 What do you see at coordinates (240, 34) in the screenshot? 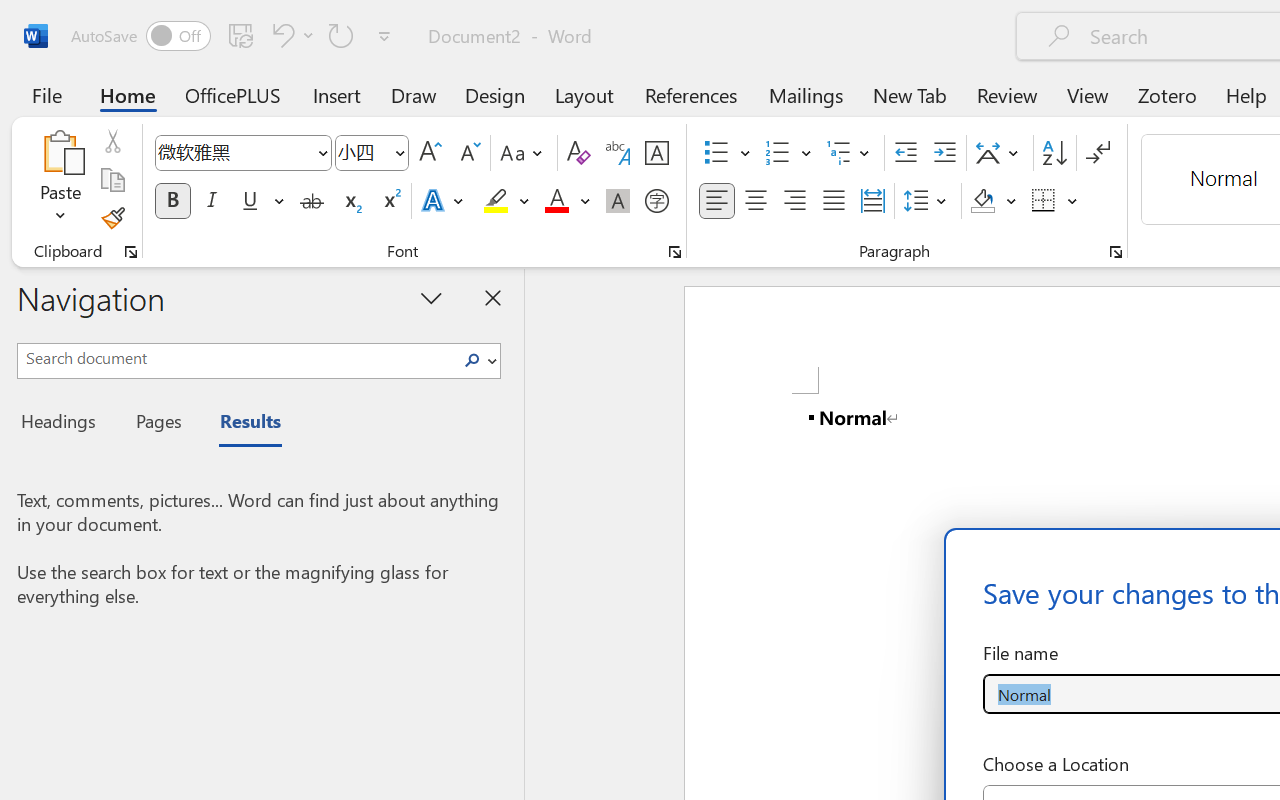
I see `'Save'` at bounding box center [240, 34].